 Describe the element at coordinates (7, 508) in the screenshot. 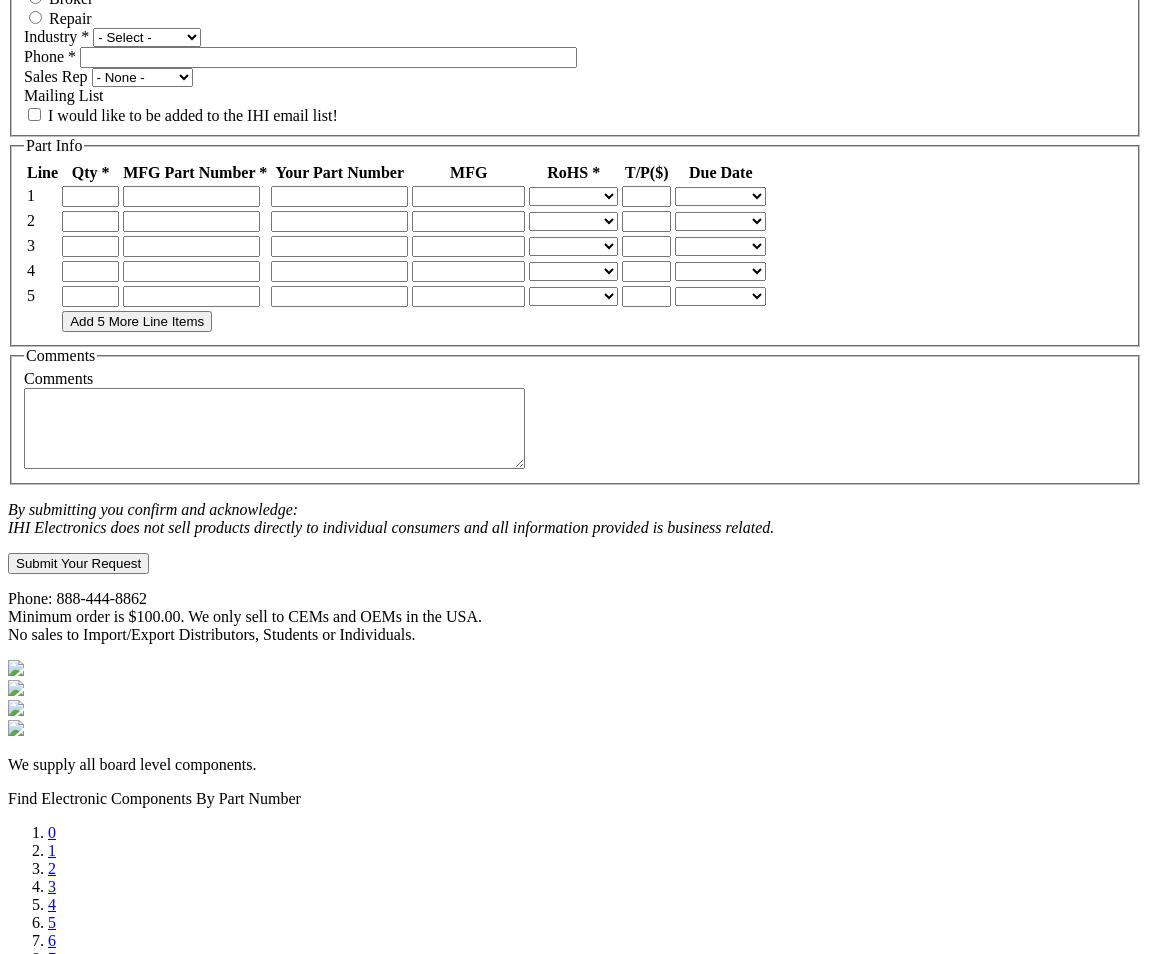

I see `'By submitting you confirm and acknowledge:'` at that location.